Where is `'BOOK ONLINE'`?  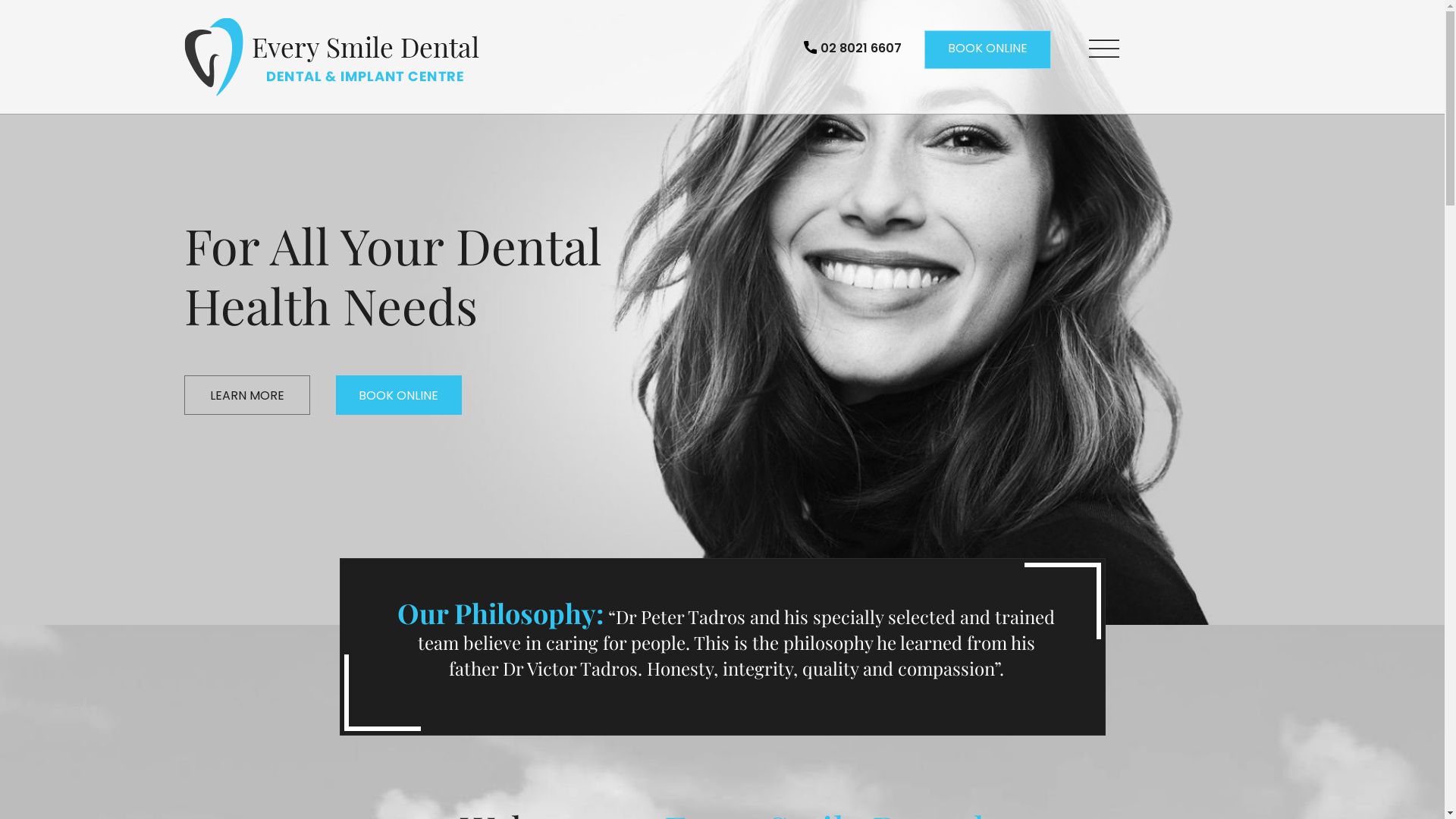
'BOOK ONLINE' is located at coordinates (987, 49).